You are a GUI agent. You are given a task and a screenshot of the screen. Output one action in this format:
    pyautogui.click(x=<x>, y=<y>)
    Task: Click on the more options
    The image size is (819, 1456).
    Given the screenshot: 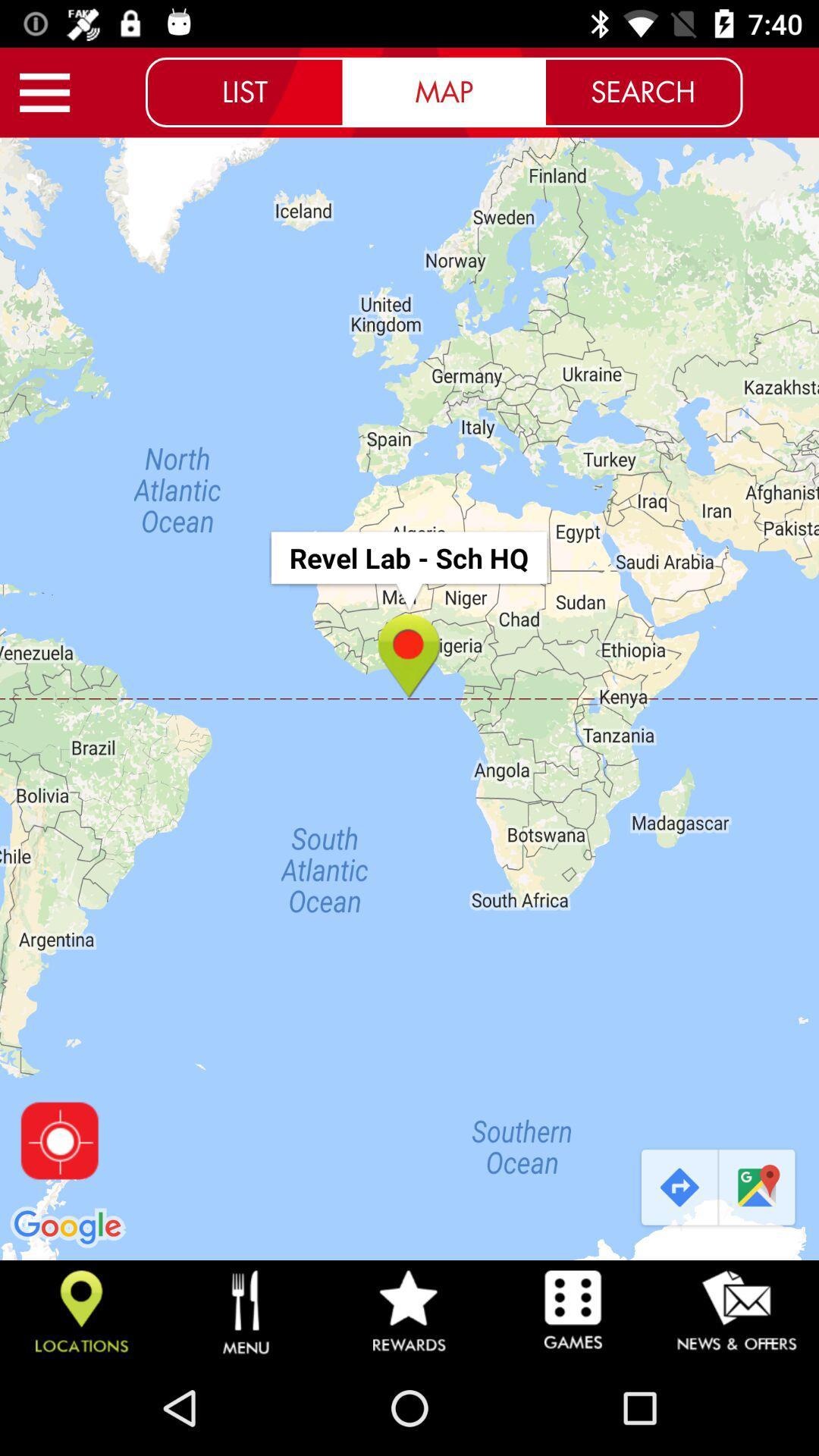 What is the action you would take?
    pyautogui.click(x=44, y=92)
    